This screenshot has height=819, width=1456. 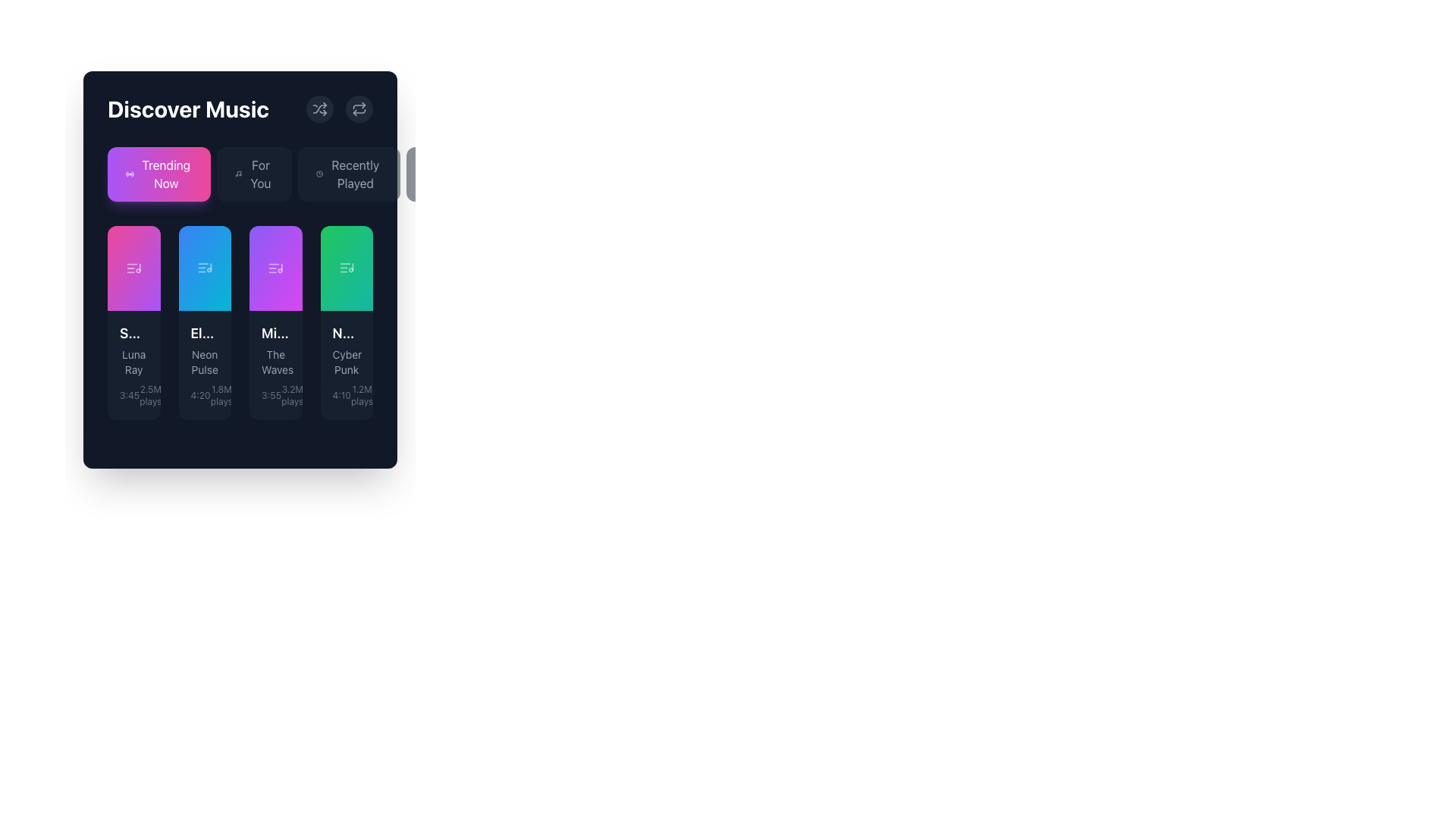 I want to click on the musical content icon located at the center of the square-shaped pink gradient background in the first card of the 'Trending Now' section of the 'Discover Music' interface, so click(x=133, y=268).